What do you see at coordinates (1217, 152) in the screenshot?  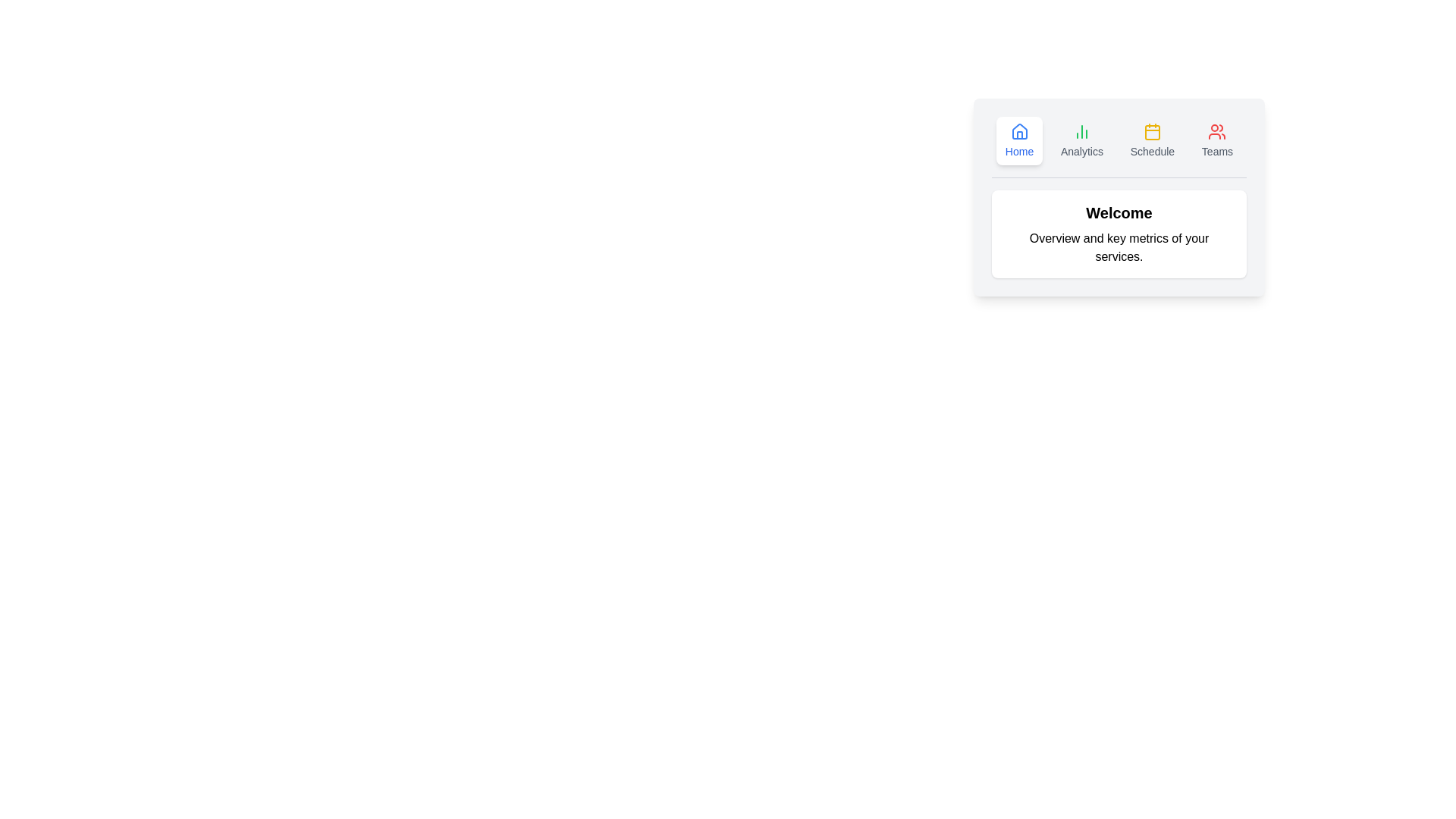 I see `text label displaying 'Teams', which is styled with a smaller font size and medium weight, located in the top-right corner of a panel, below an icon representing user groups` at bounding box center [1217, 152].